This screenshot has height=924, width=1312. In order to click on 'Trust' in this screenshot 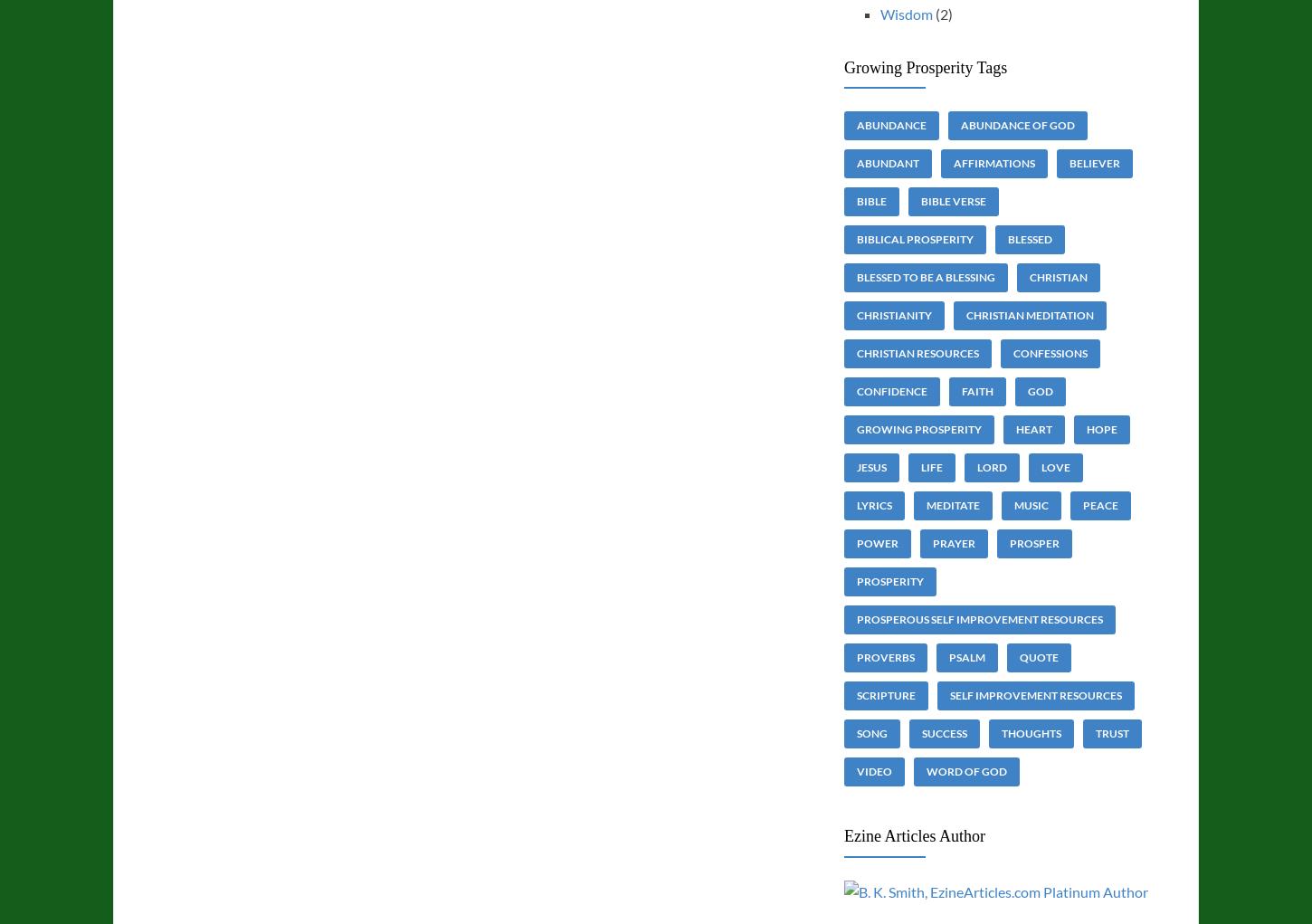, I will do `click(1111, 732)`.